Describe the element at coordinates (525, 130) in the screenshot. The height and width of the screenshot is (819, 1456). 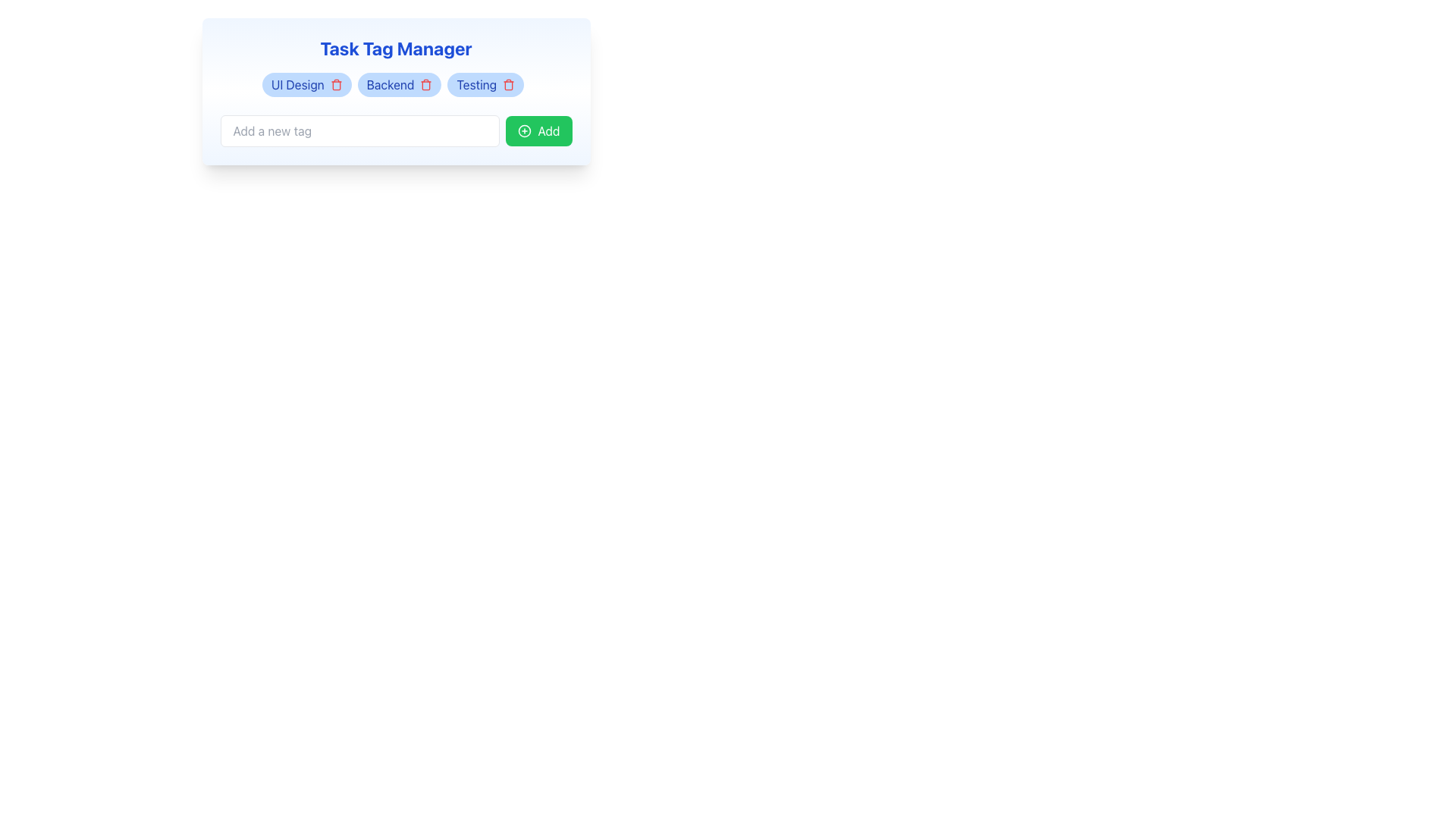
I see `the circular shape within the SVG icon that resembles a circled plus sign, located to the left of the 'Add' text on a green button` at that location.